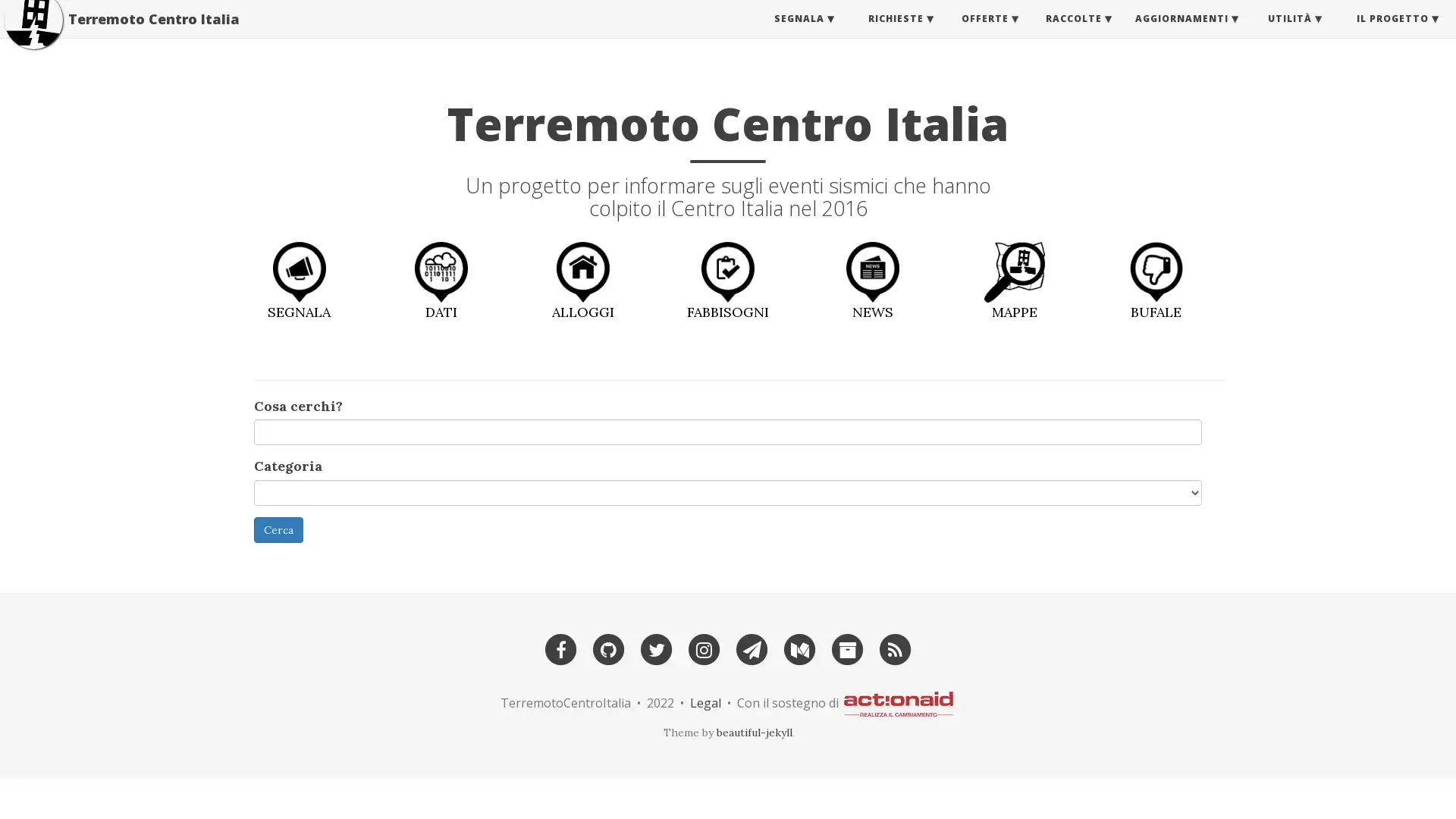  What do you see at coordinates (278, 529) in the screenshot?
I see `Cerca` at bounding box center [278, 529].